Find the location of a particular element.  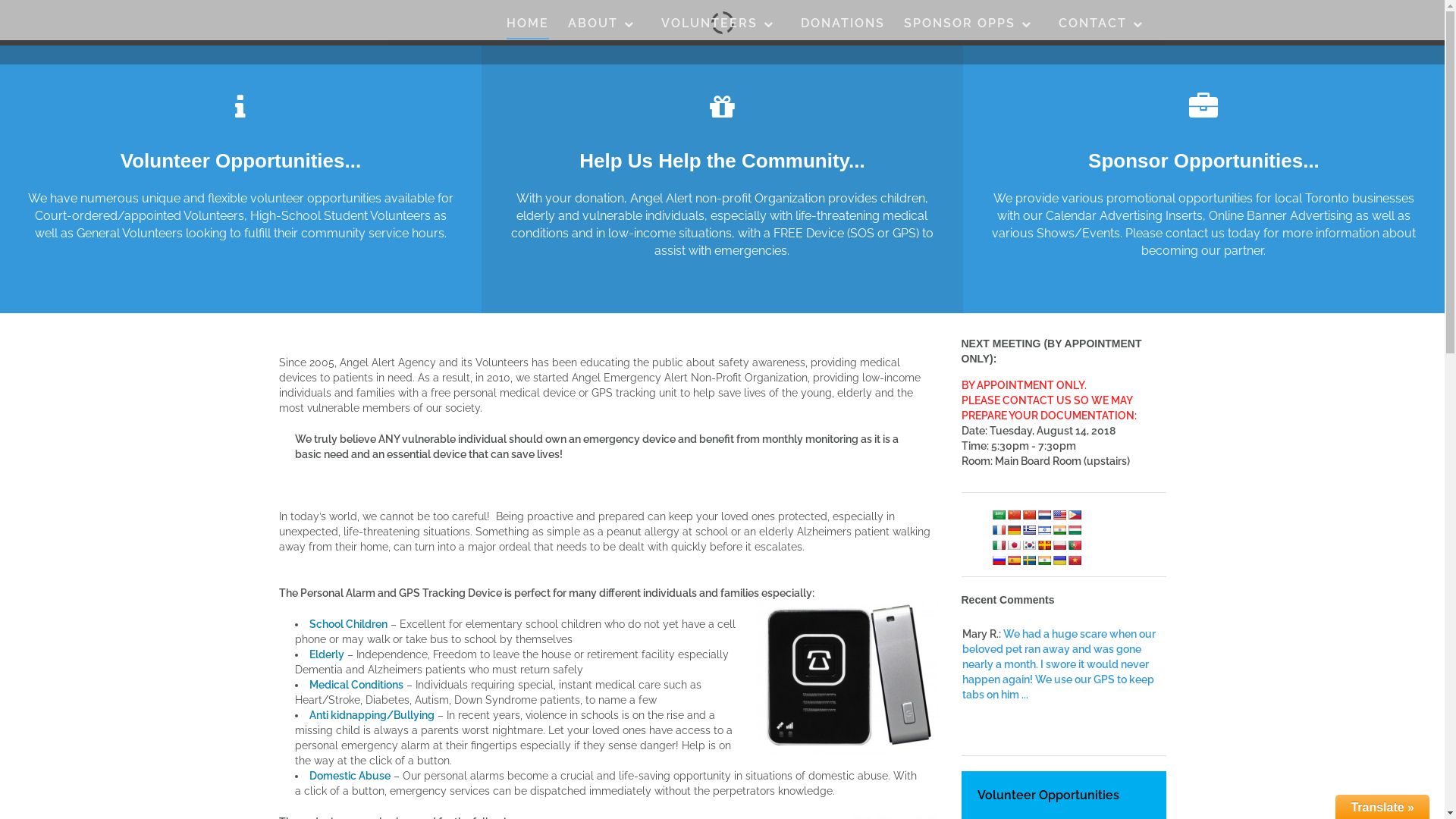

'Latin' is located at coordinates (1043, 543).